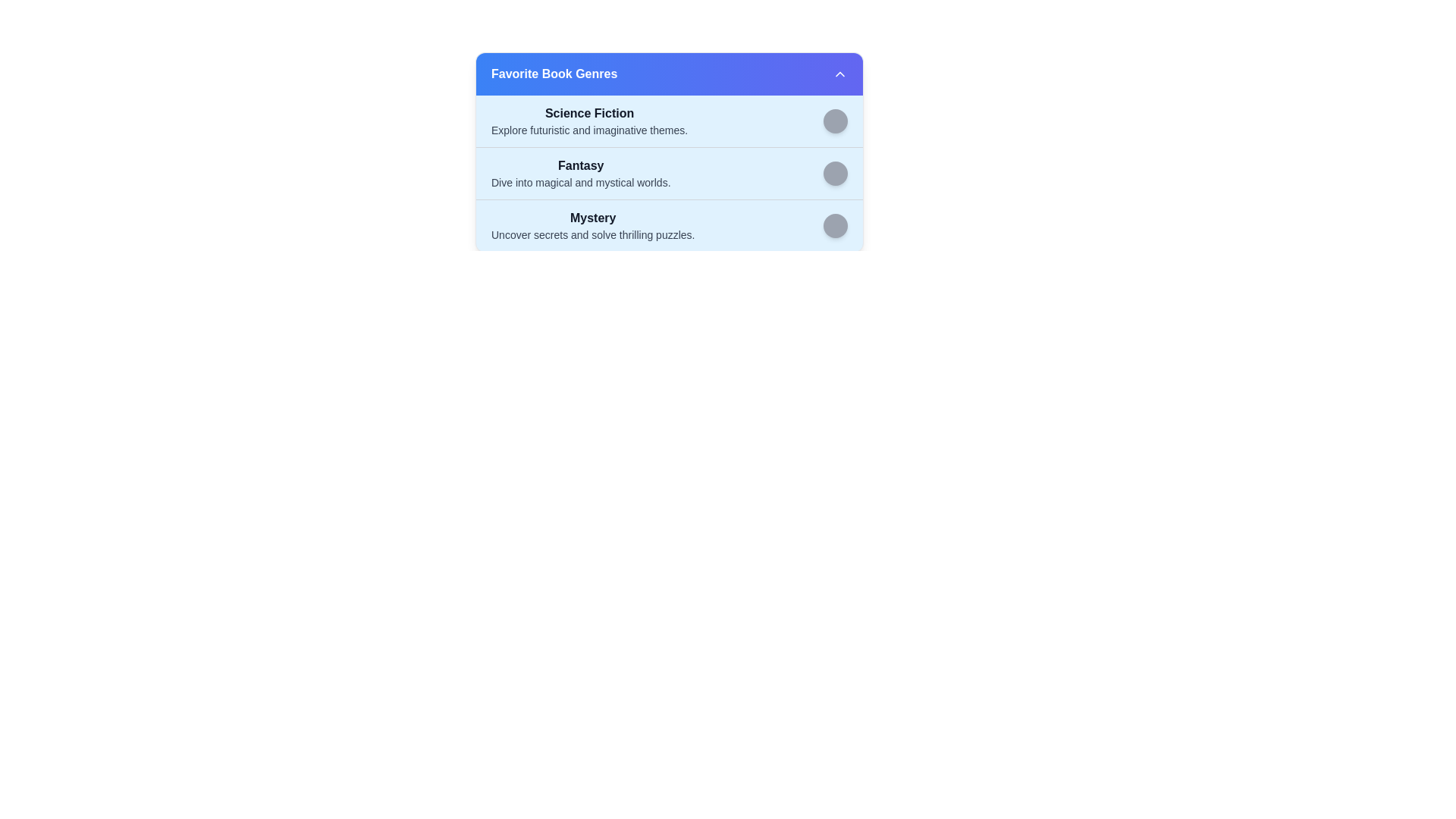  I want to click on descriptive text located below the 'Fantasy' title in the list of favorite book genres, which provides additional context about the genre, so click(580, 181).